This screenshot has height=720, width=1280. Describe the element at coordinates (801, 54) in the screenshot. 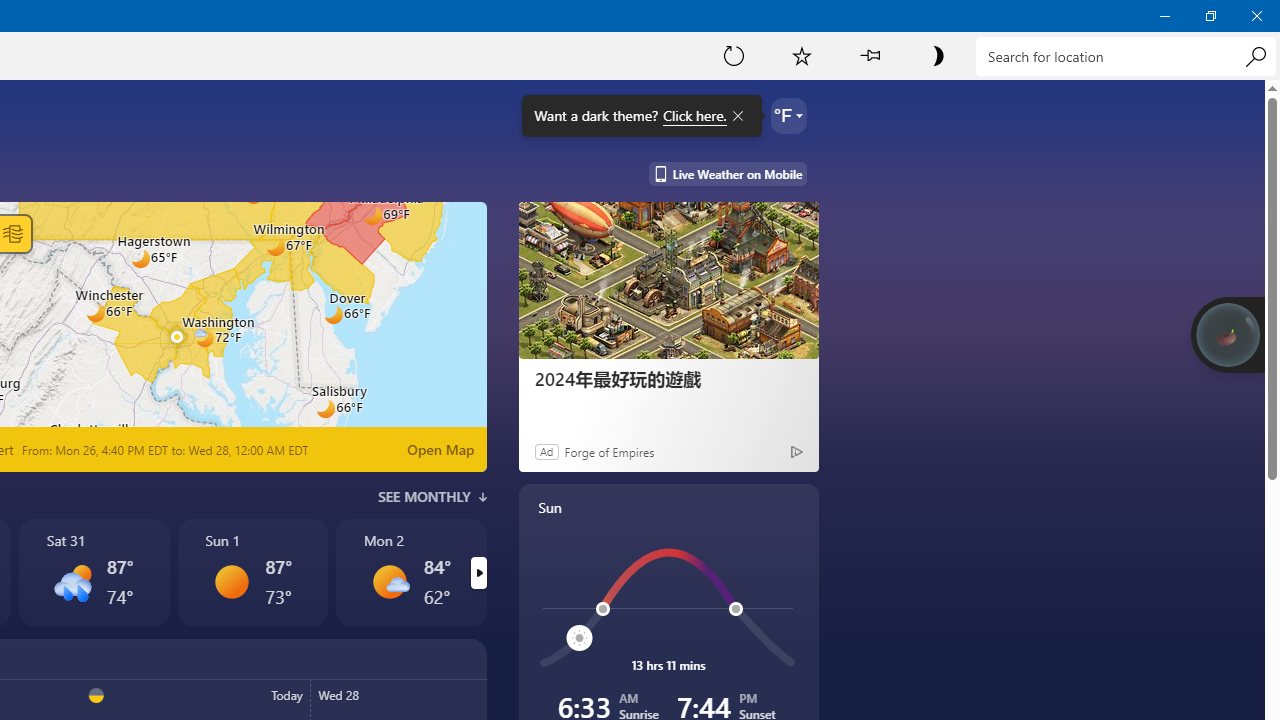

I see `'Add to Favorites'` at that location.